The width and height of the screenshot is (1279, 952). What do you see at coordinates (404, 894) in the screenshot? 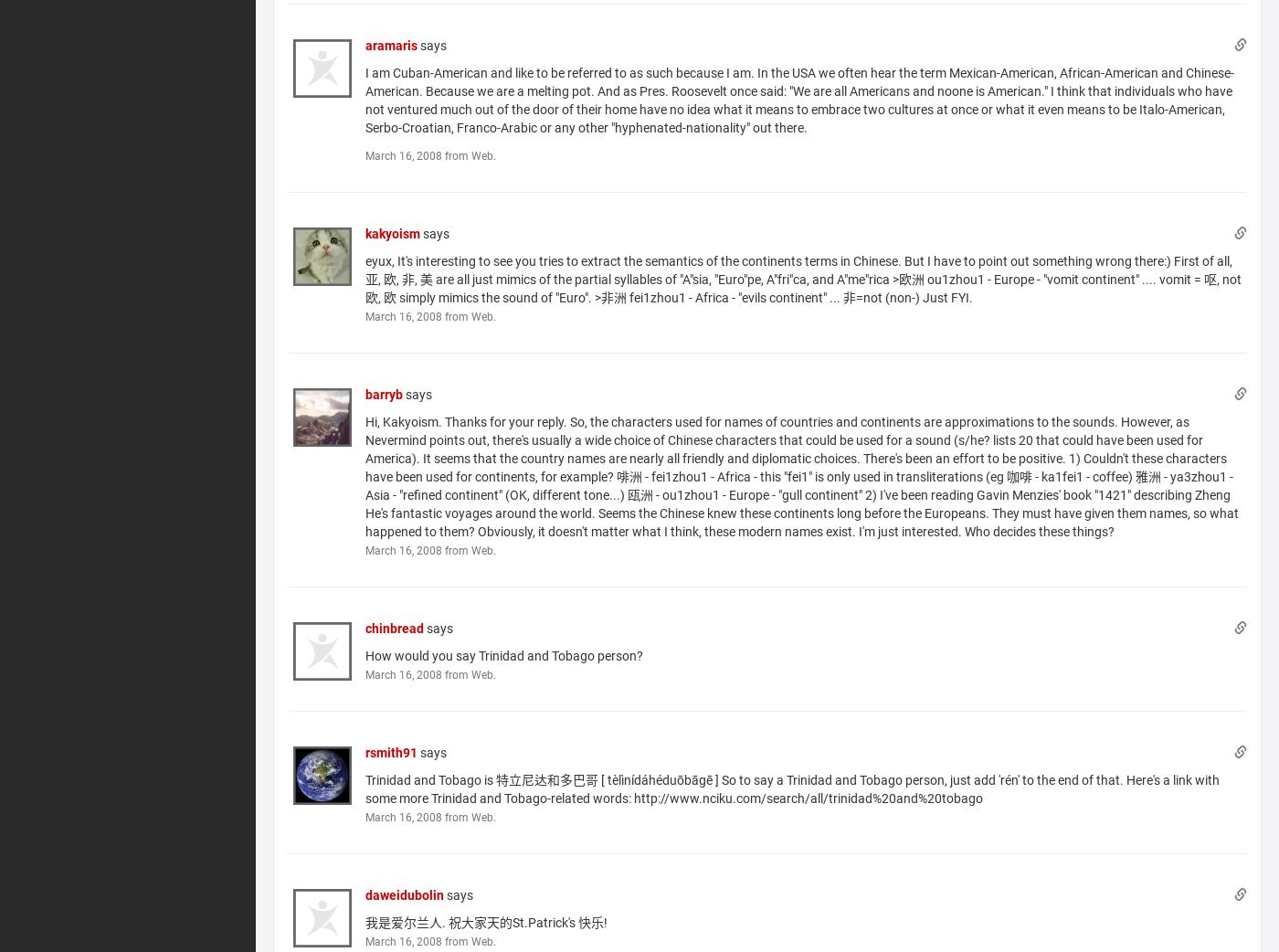
I see `'daweidubolin'` at bounding box center [404, 894].